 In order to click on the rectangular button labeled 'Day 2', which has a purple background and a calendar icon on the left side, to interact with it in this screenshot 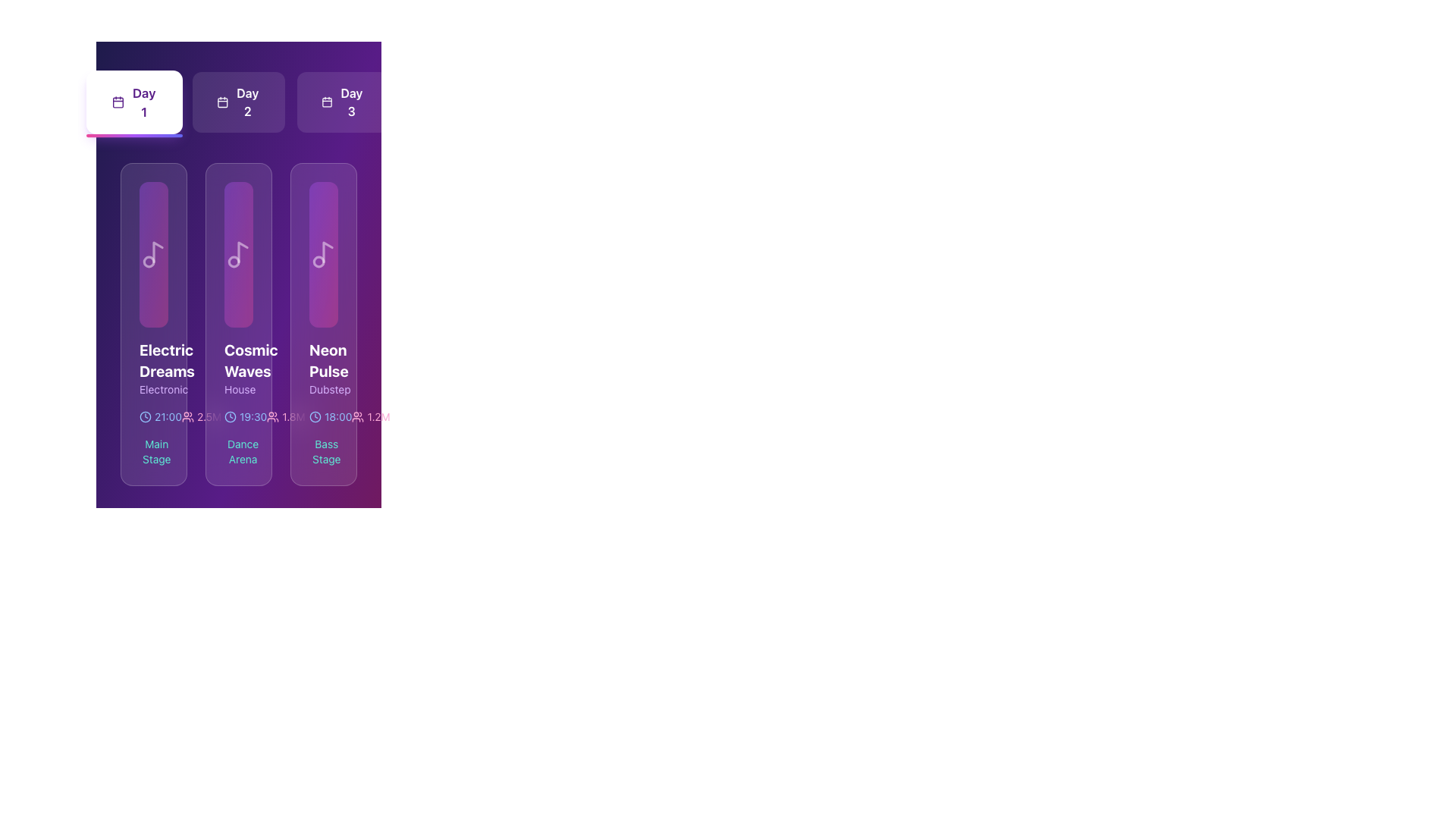, I will do `click(238, 102)`.